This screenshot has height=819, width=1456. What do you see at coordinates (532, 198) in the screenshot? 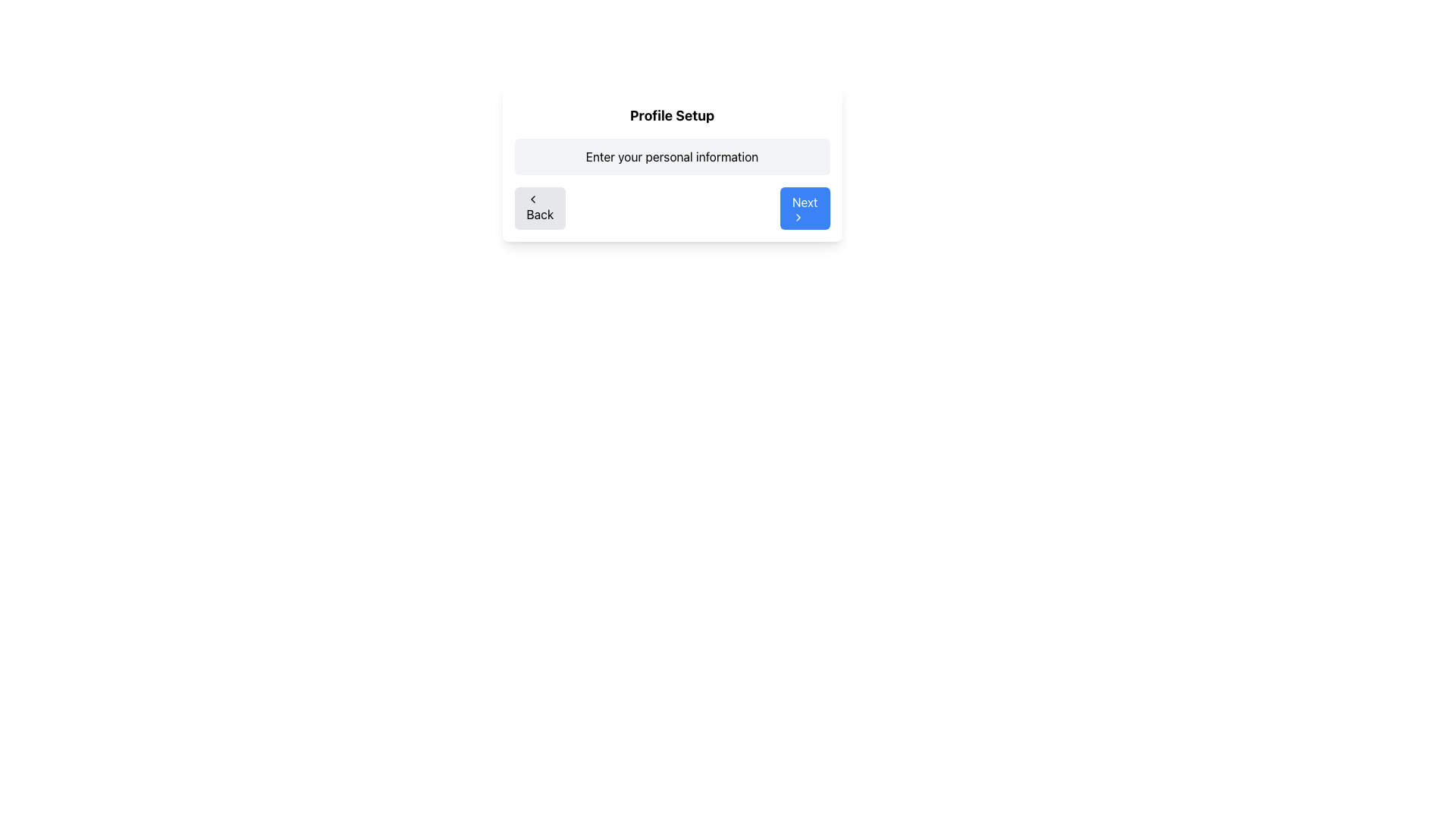
I see `the left-facing chevron icon embedded within the gray 'Back' button` at bounding box center [532, 198].